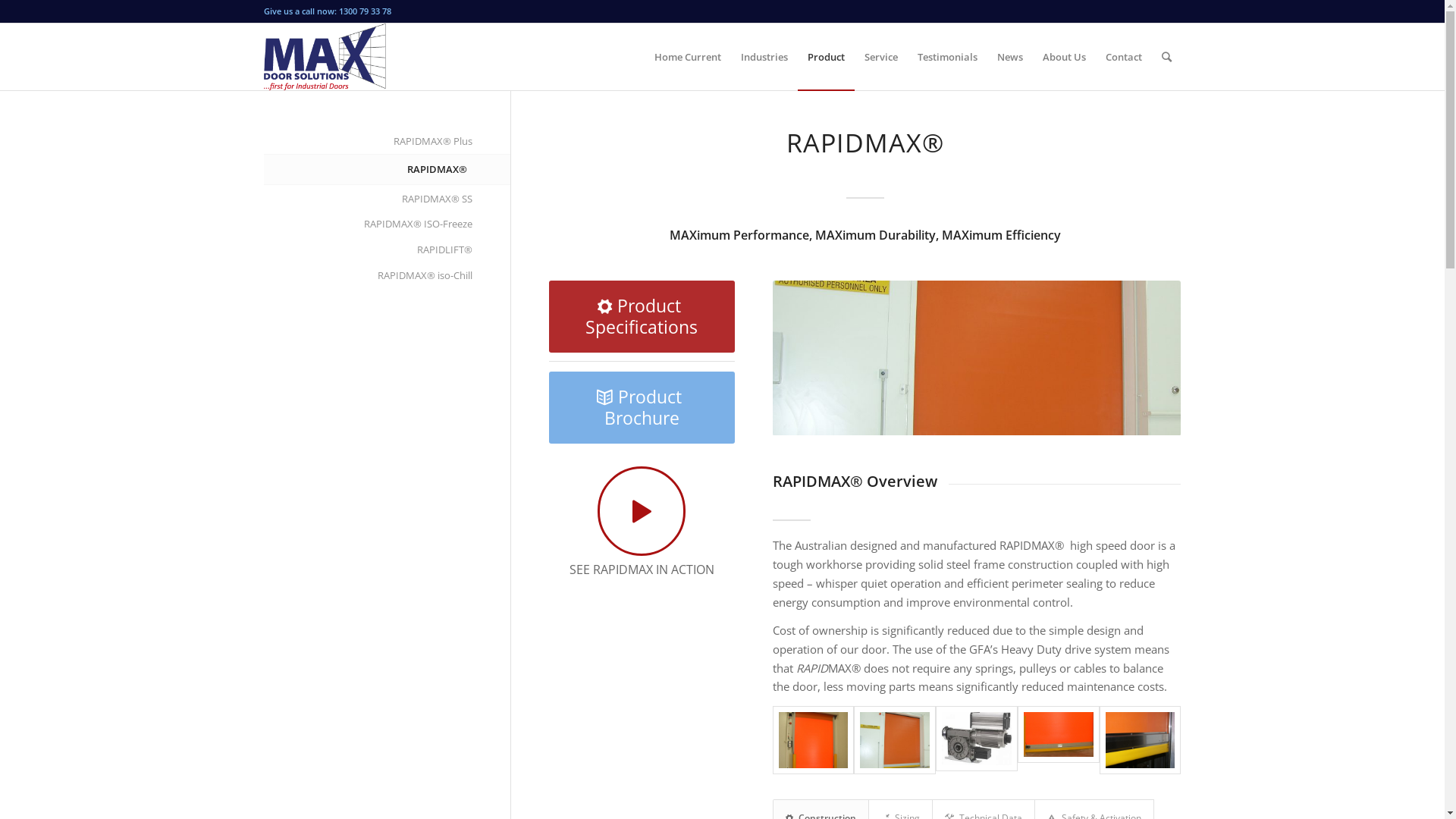 The width and height of the screenshot is (1456, 819). Describe the element at coordinates (946, 55) in the screenshot. I see `'Testimonials'` at that location.